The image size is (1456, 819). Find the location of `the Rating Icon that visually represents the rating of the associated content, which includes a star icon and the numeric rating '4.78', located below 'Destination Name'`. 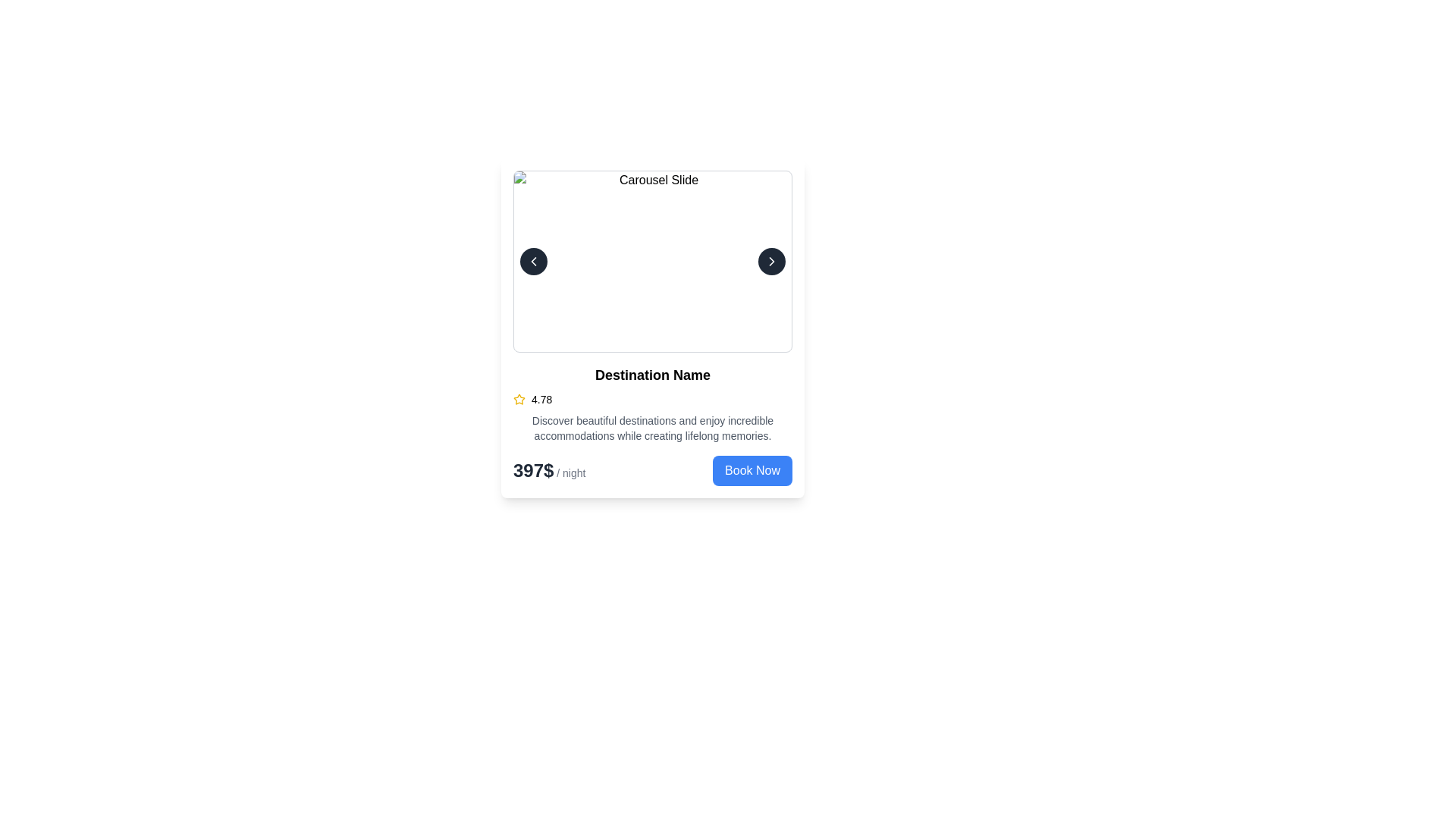

the Rating Icon that visually represents the rating of the associated content, which includes a star icon and the numeric rating '4.78', located below 'Destination Name' is located at coordinates (519, 399).